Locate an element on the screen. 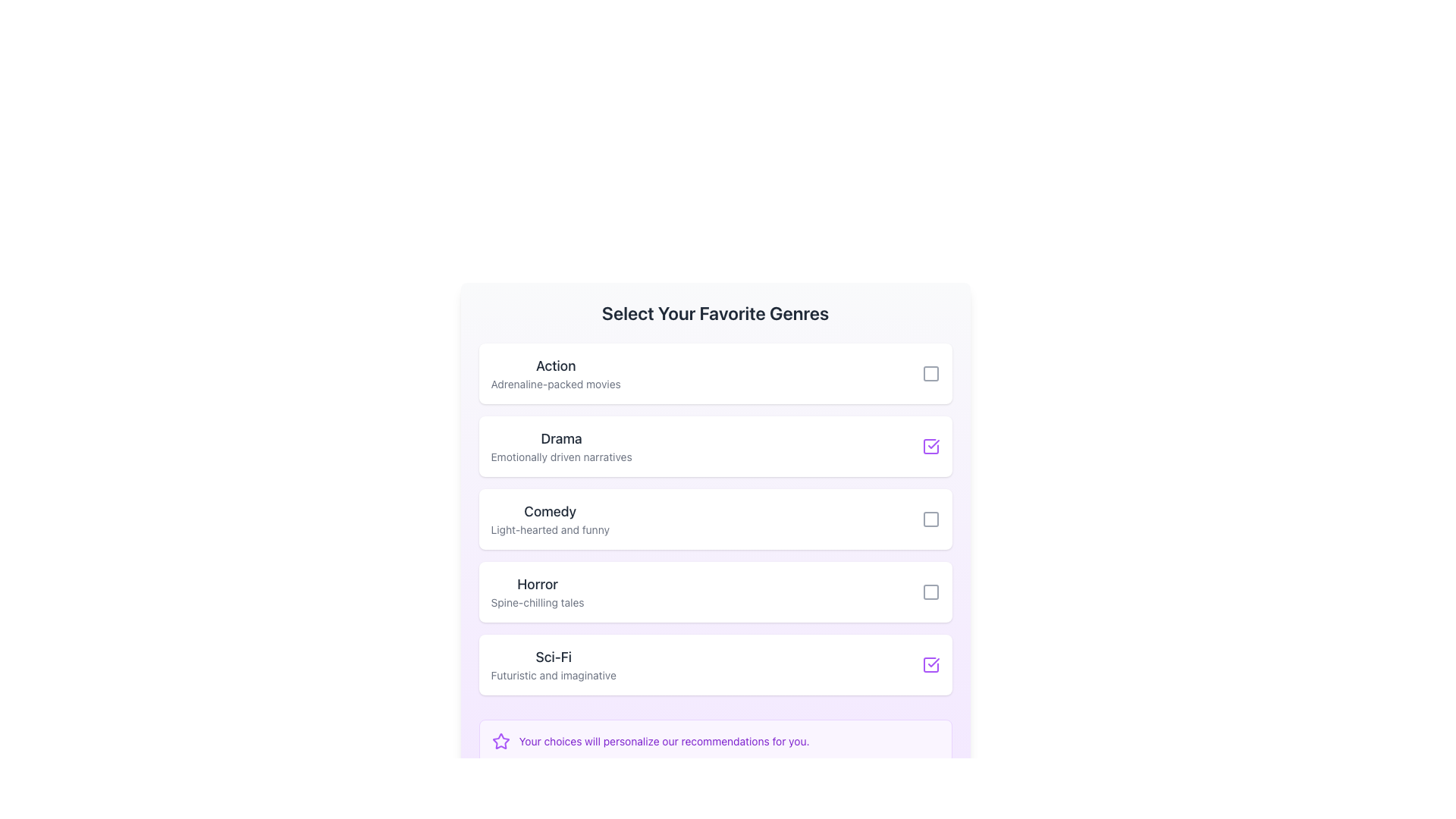 Image resolution: width=1456 pixels, height=819 pixels. the 'Sci-Fi' Text Group element, which features a bold header and a lighter description, positioned within the fourth card of the 'Select Your Favorite Genres' section is located at coordinates (553, 664).